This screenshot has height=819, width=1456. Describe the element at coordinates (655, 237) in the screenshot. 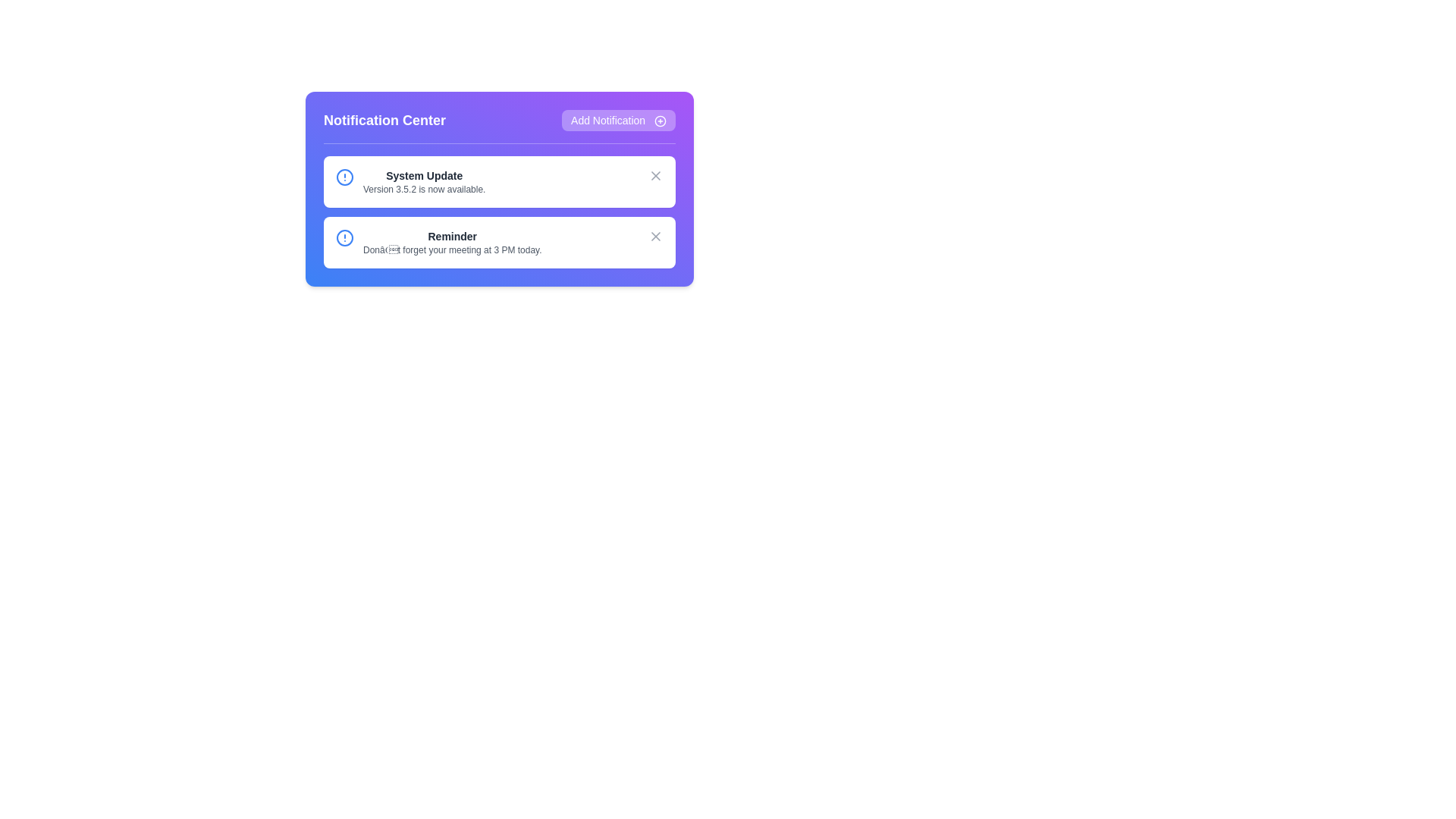

I see `the 'close' icon located in the bottom-right corner of the 'Reminder' notification` at that location.